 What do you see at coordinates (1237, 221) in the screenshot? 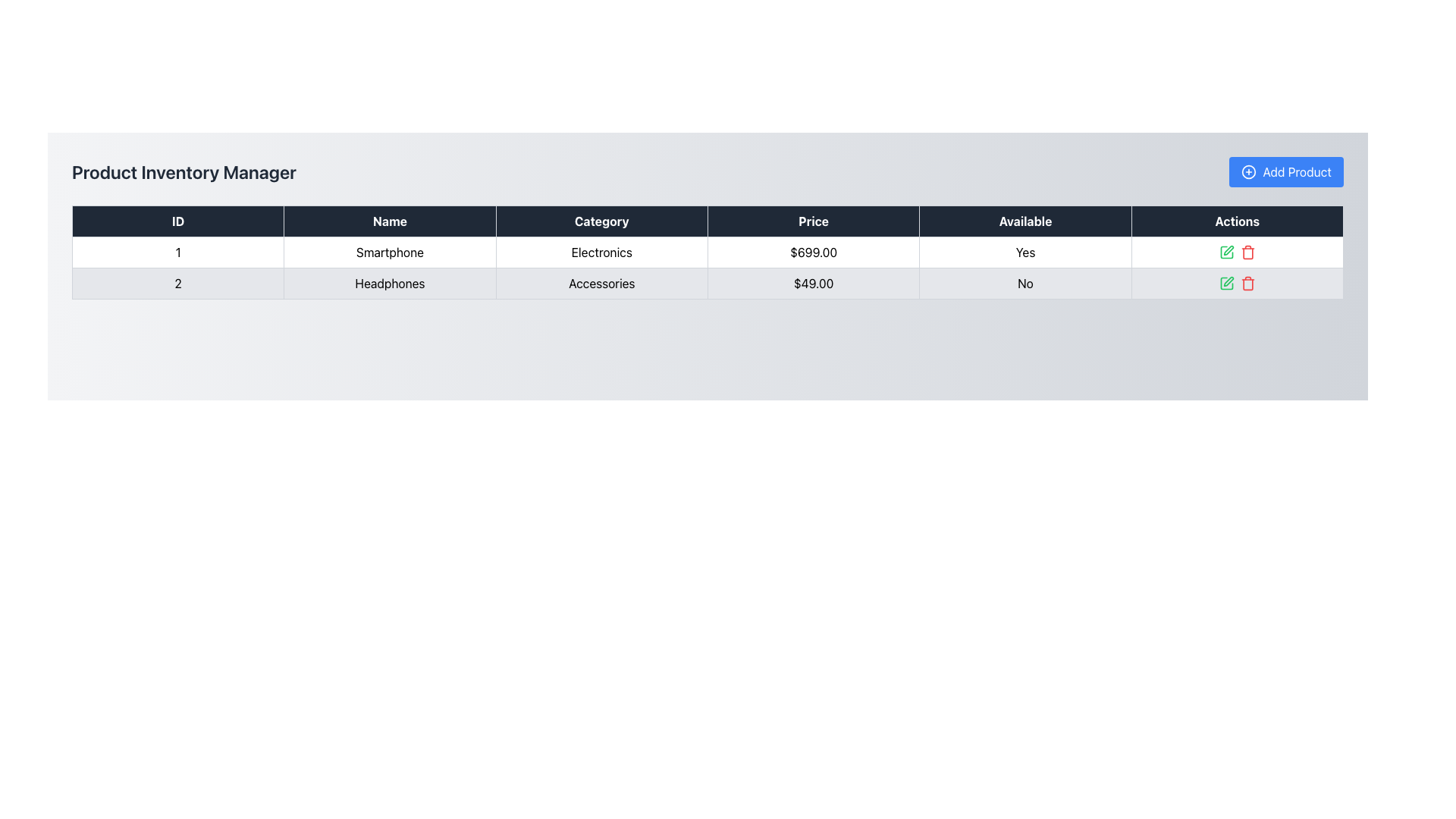
I see `the Table Header for the 'Actions' column, which is the last column header in the table, located at the rightmost end of the header row` at bounding box center [1237, 221].